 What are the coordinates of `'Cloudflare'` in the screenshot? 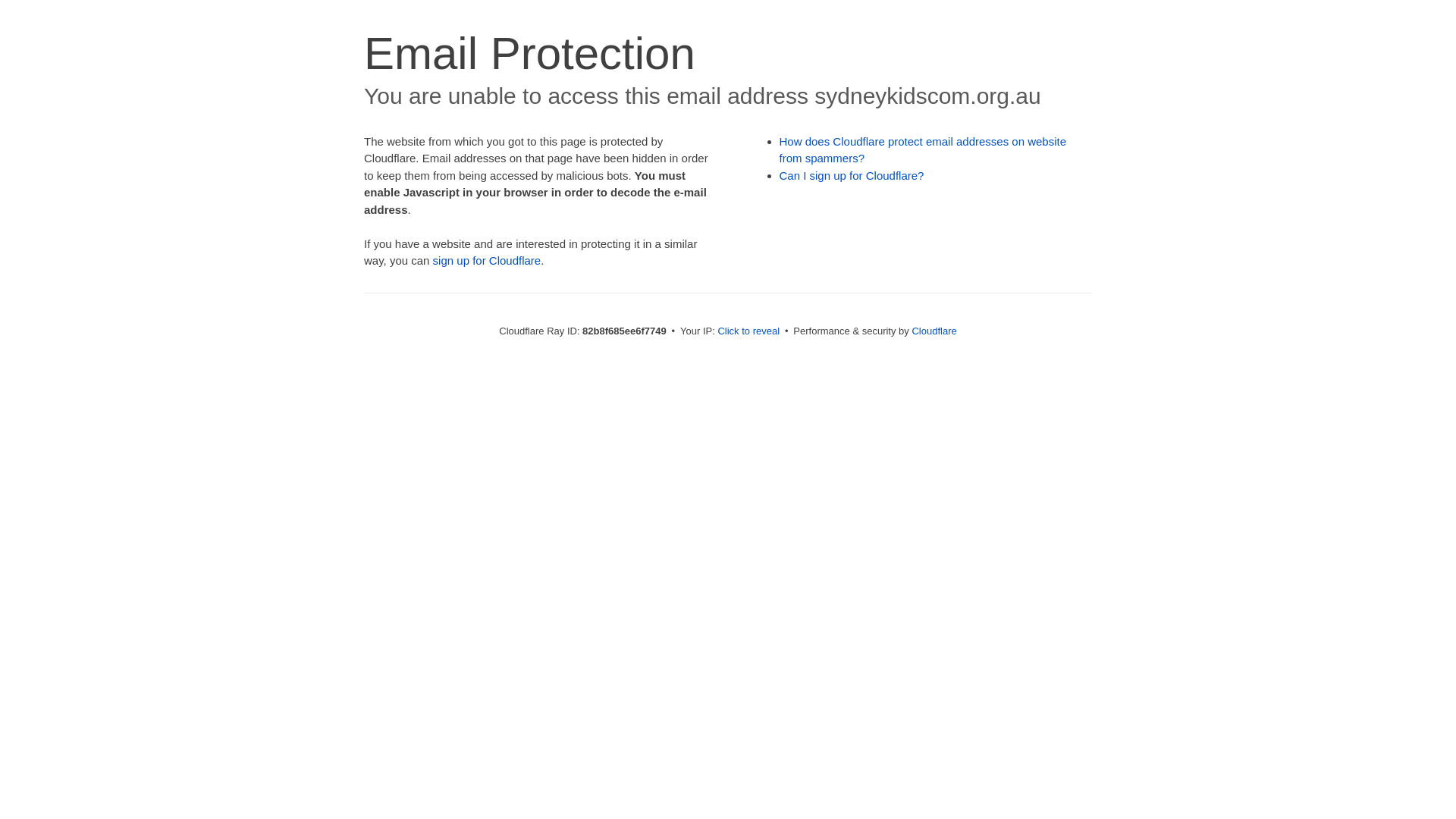 It's located at (933, 330).